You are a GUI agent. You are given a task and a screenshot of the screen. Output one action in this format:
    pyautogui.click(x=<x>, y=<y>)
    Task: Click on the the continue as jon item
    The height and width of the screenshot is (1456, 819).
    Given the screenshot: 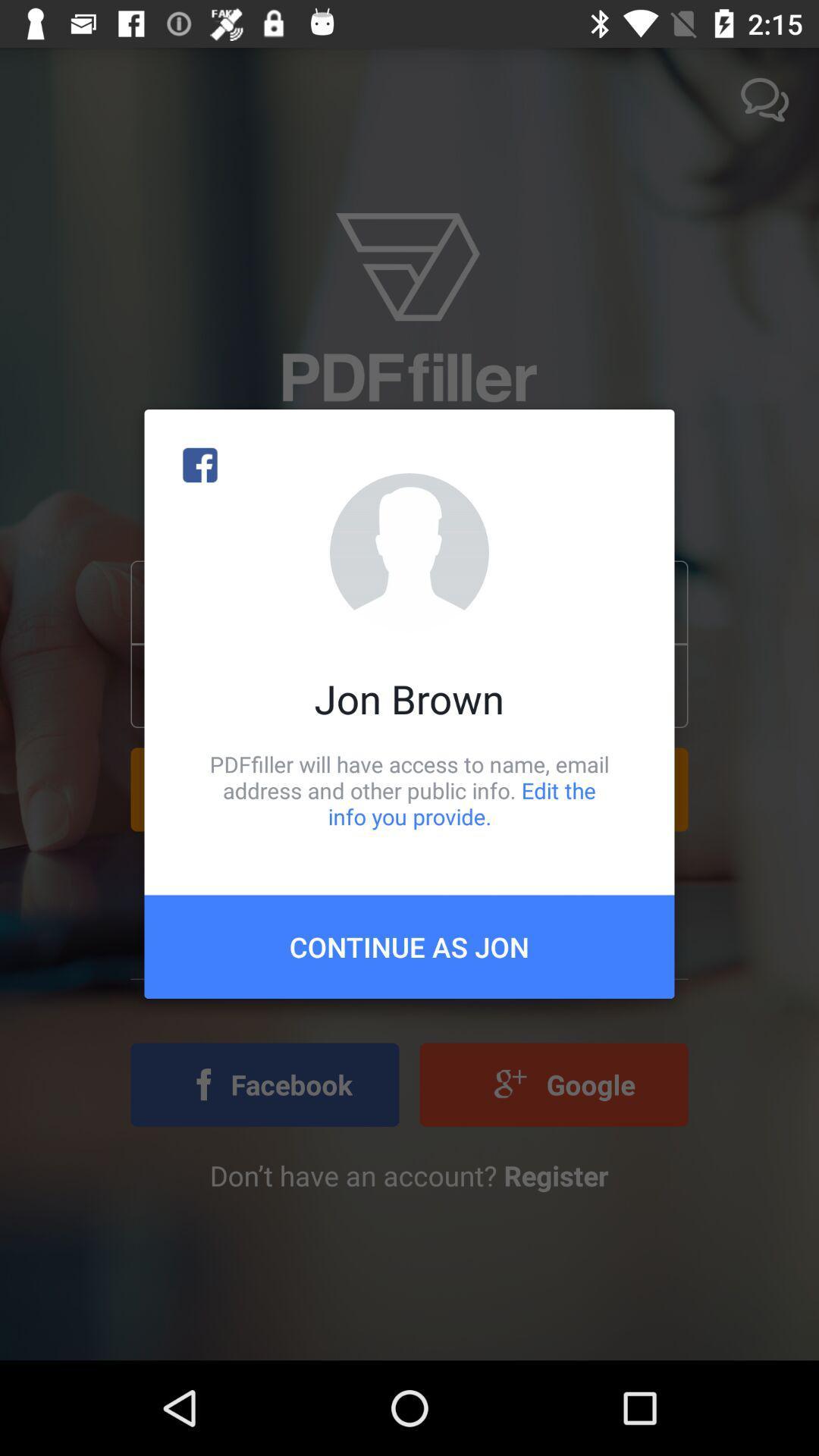 What is the action you would take?
    pyautogui.click(x=409, y=946)
    